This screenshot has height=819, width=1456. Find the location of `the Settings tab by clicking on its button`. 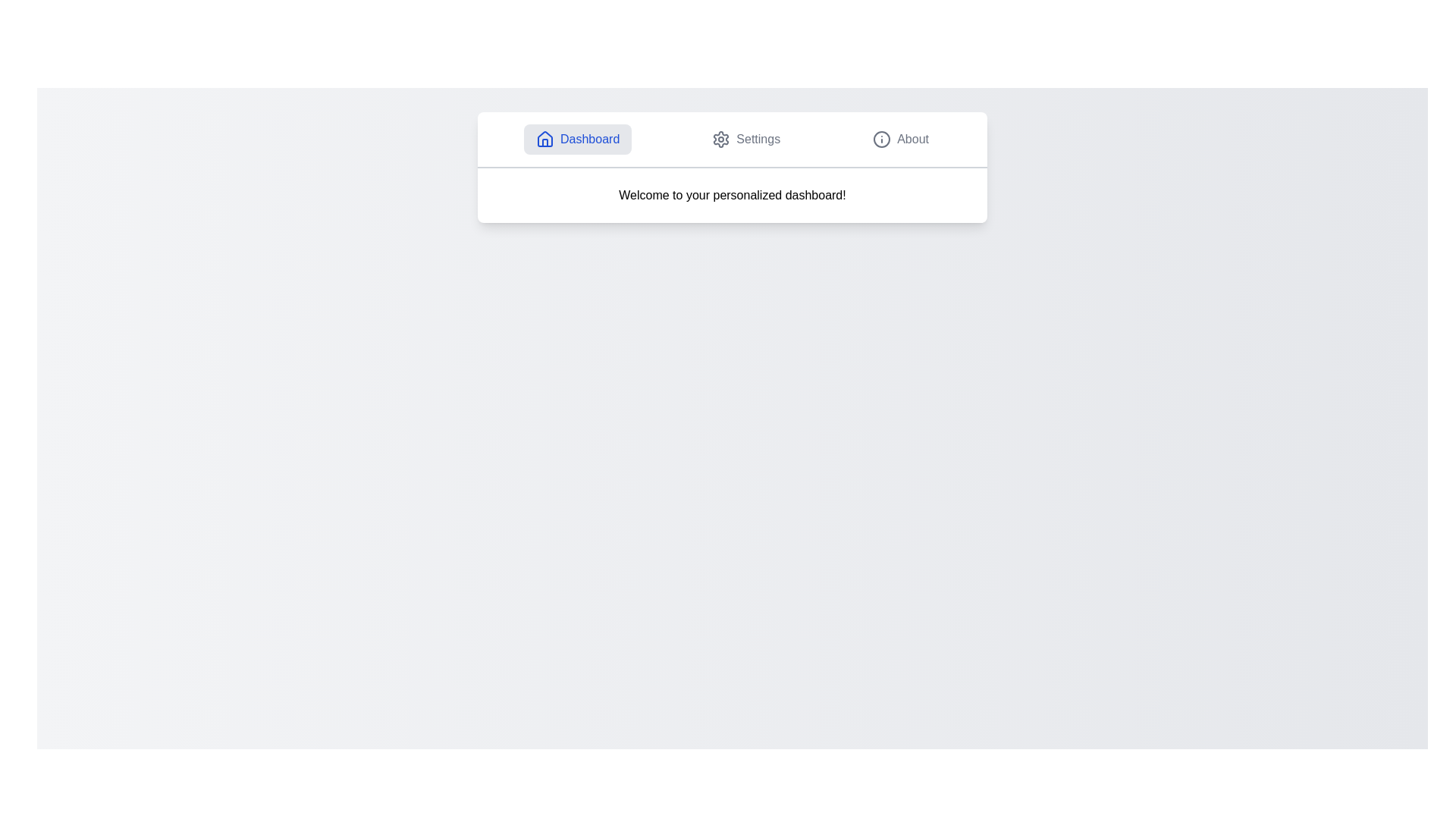

the Settings tab by clicking on its button is located at coordinates (746, 140).